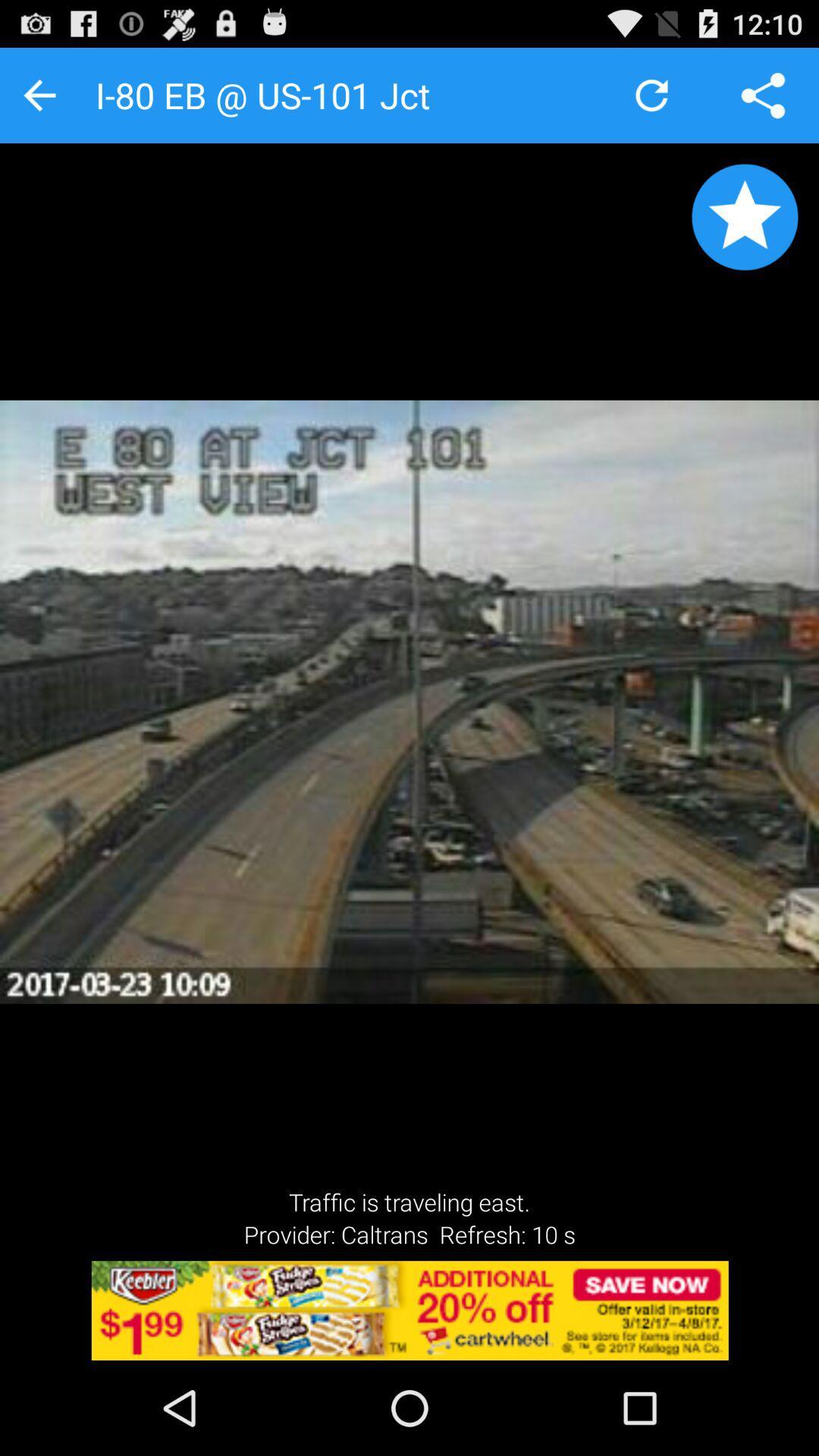 The height and width of the screenshot is (1456, 819). Describe the element at coordinates (409, 1310) in the screenshot. I see `advertiser site` at that location.